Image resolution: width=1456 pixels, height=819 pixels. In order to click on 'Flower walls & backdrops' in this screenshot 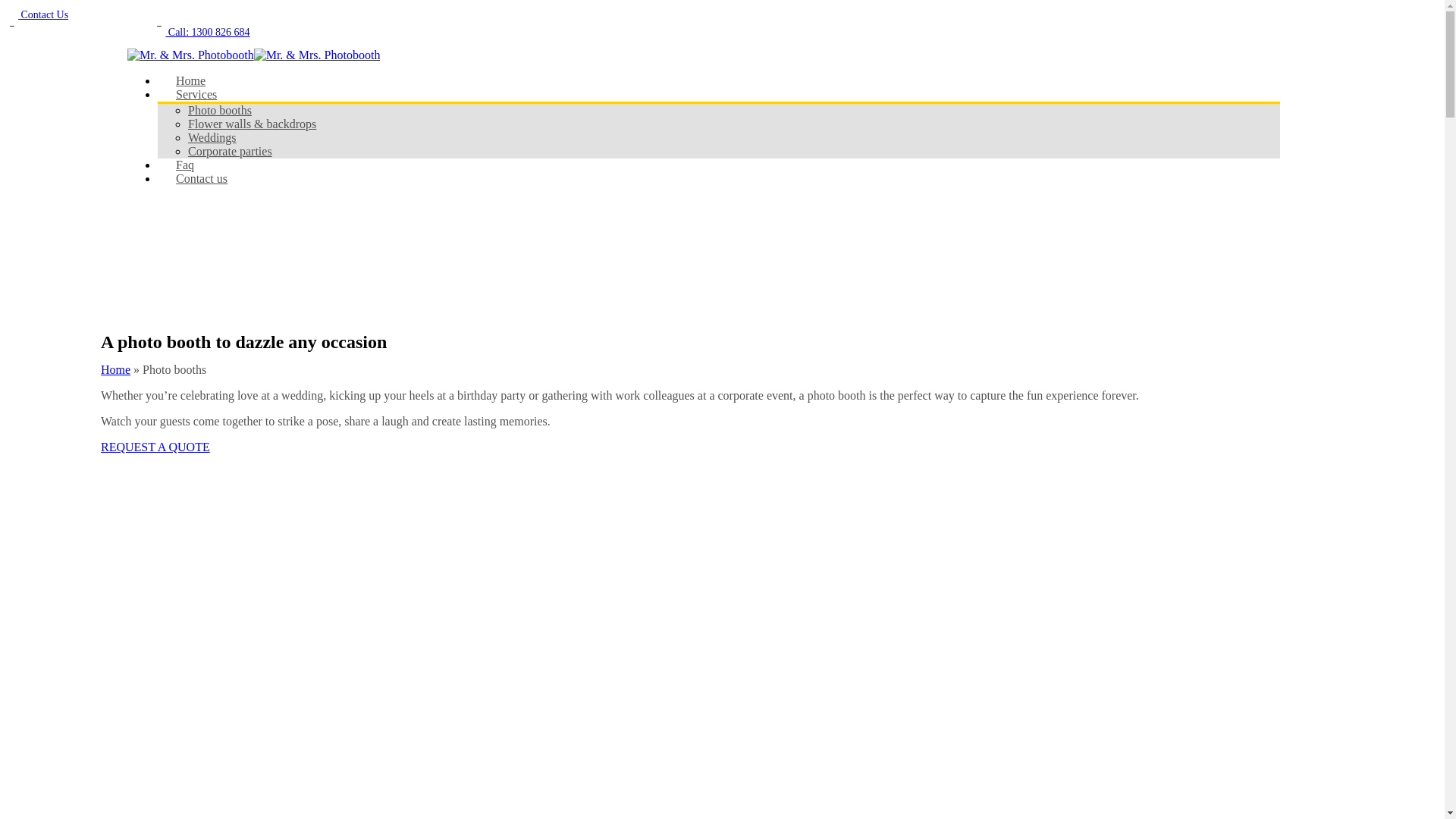, I will do `click(252, 123)`.